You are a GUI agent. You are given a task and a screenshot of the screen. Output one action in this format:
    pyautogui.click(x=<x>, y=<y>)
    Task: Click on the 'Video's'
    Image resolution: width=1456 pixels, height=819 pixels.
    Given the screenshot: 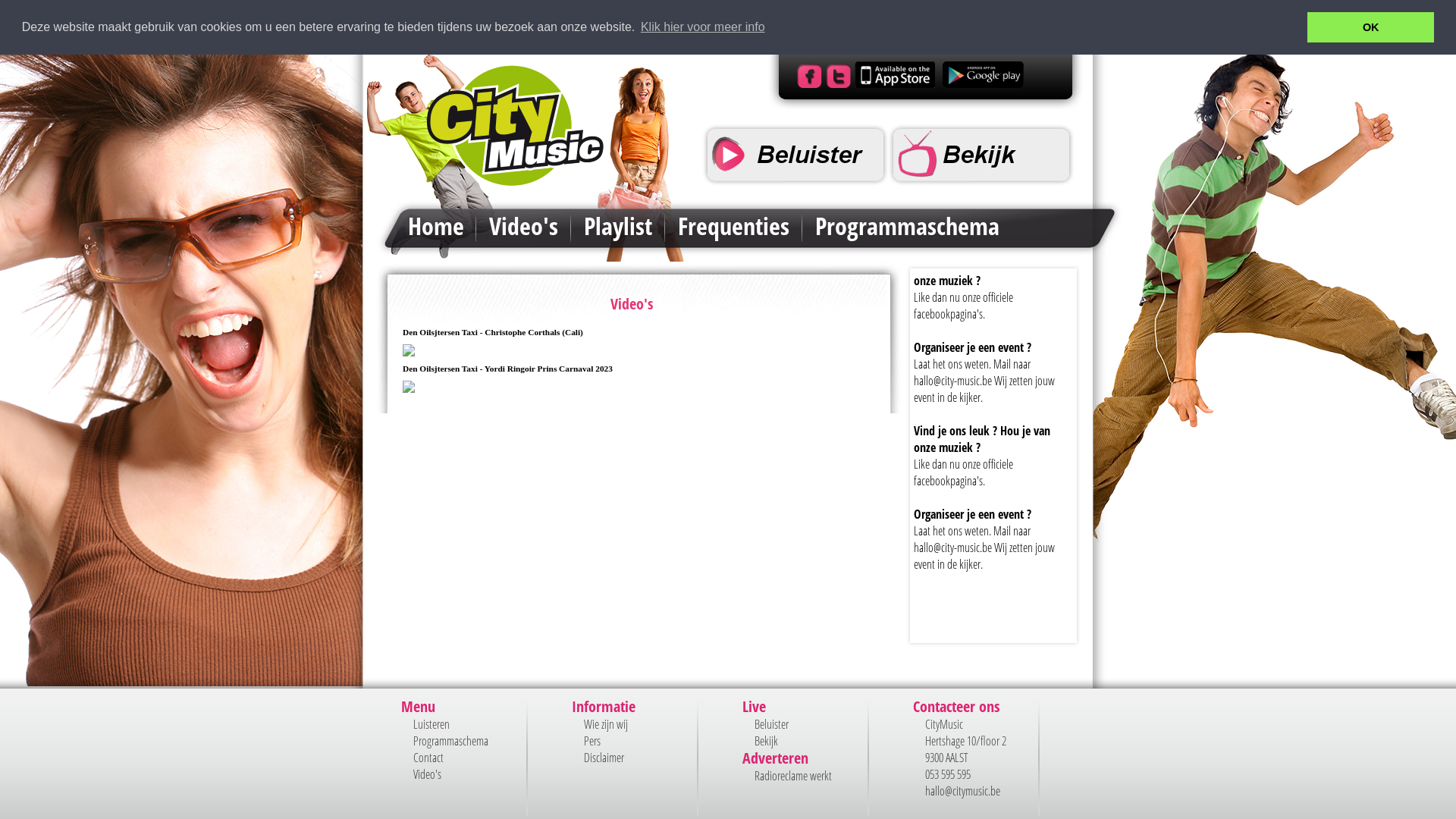 What is the action you would take?
    pyautogui.click(x=523, y=225)
    